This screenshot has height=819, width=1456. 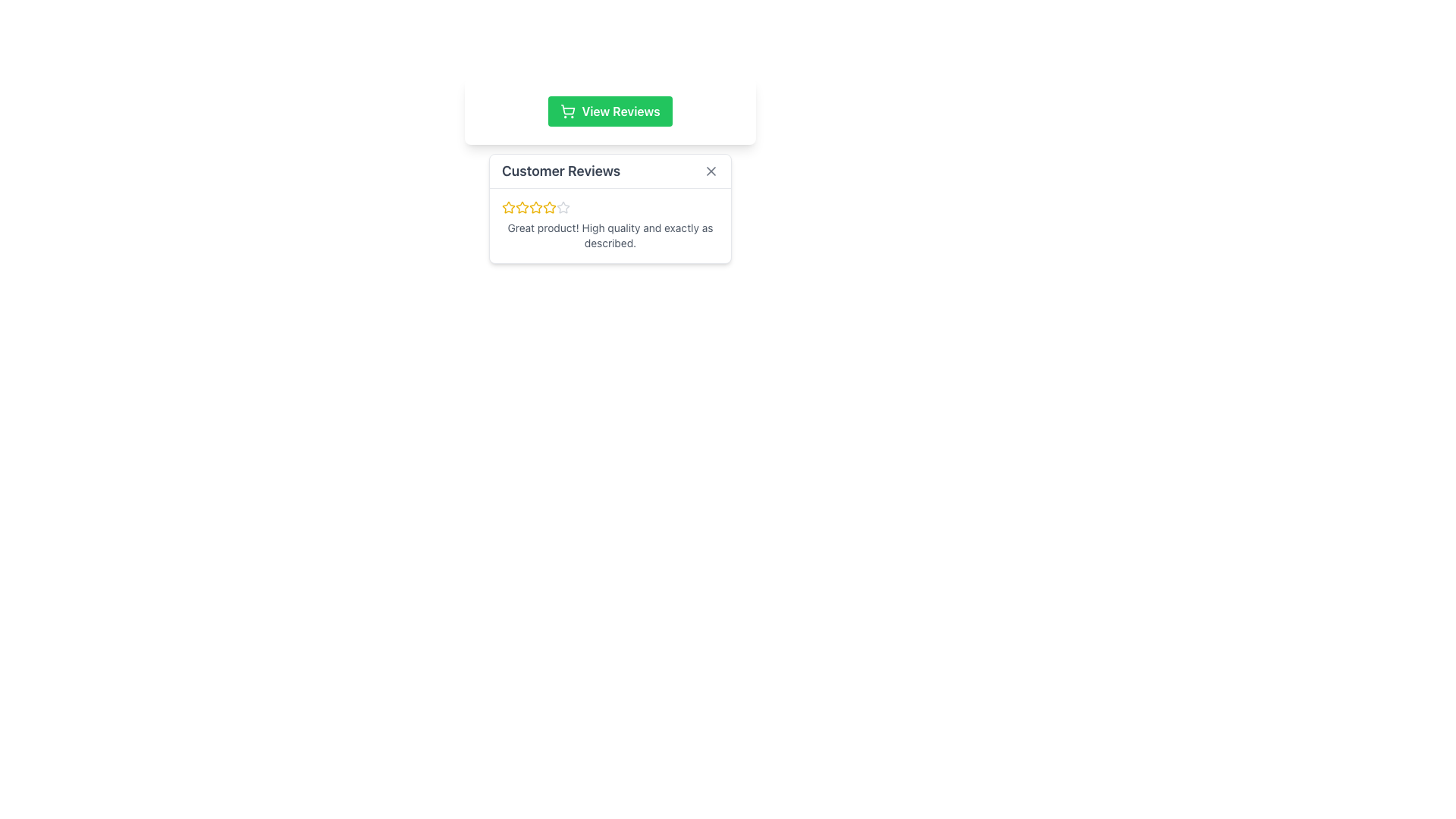 What do you see at coordinates (535, 207) in the screenshot?
I see `the third star` at bounding box center [535, 207].